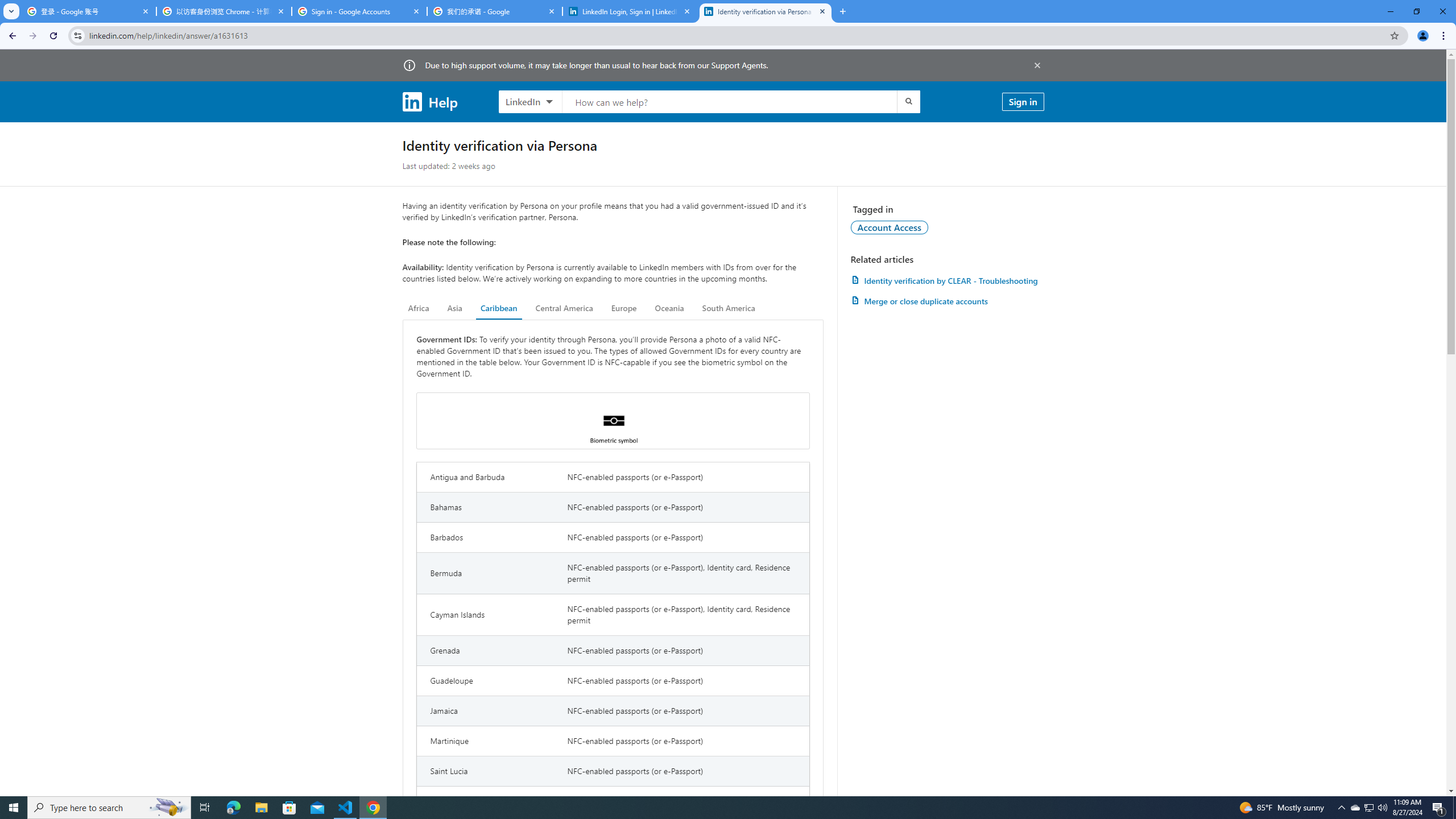 The height and width of the screenshot is (819, 1456). What do you see at coordinates (499, 308) in the screenshot?
I see `'Caribbean'` at bounding box center [499, 308].